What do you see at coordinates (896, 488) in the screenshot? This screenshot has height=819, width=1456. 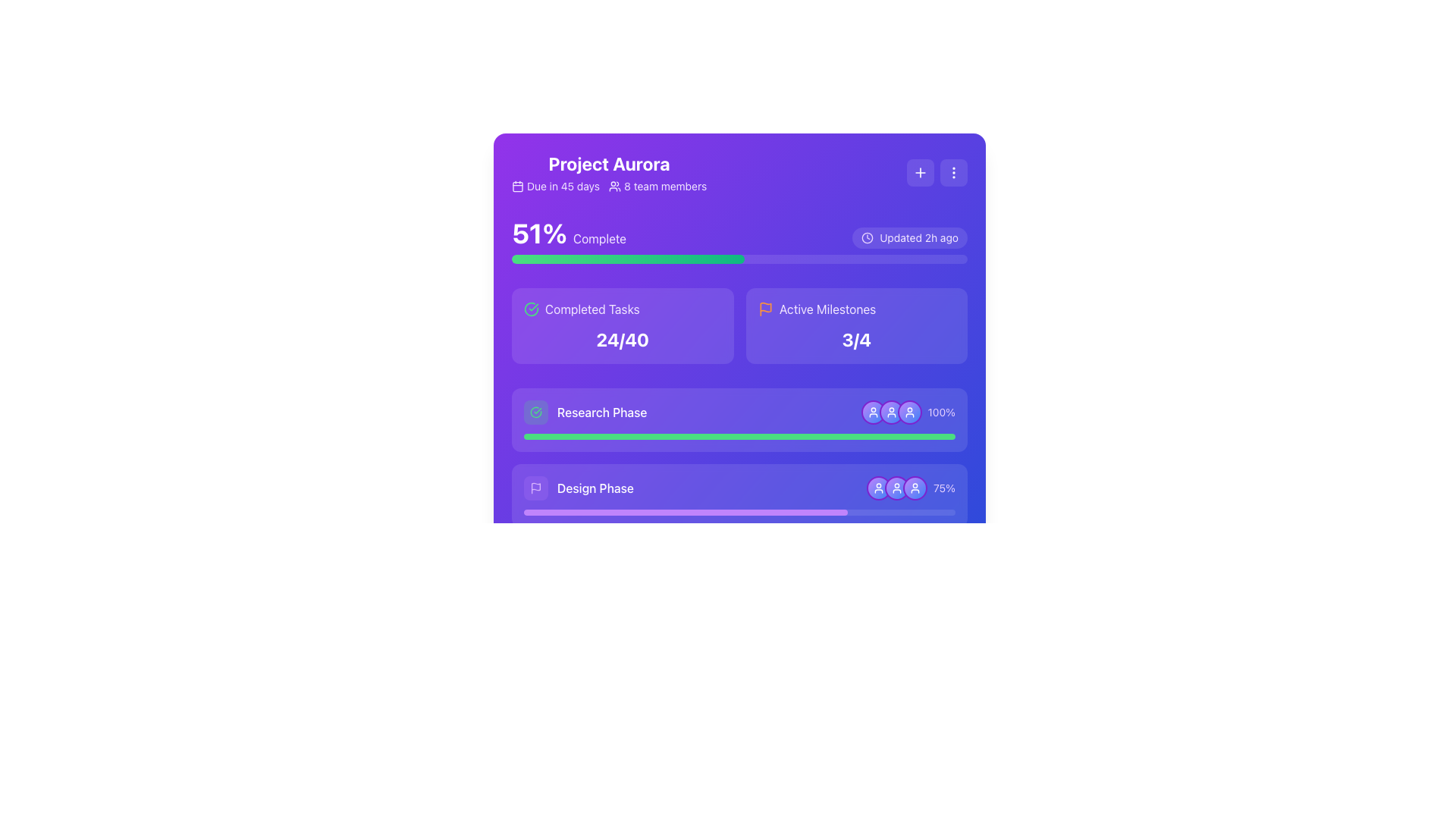 I see `the user avatar graphical element with a gradient background and white user icon, positioned at the center among three similar avatars in the 'Design Phase' section` at bounding box center [896, 488].